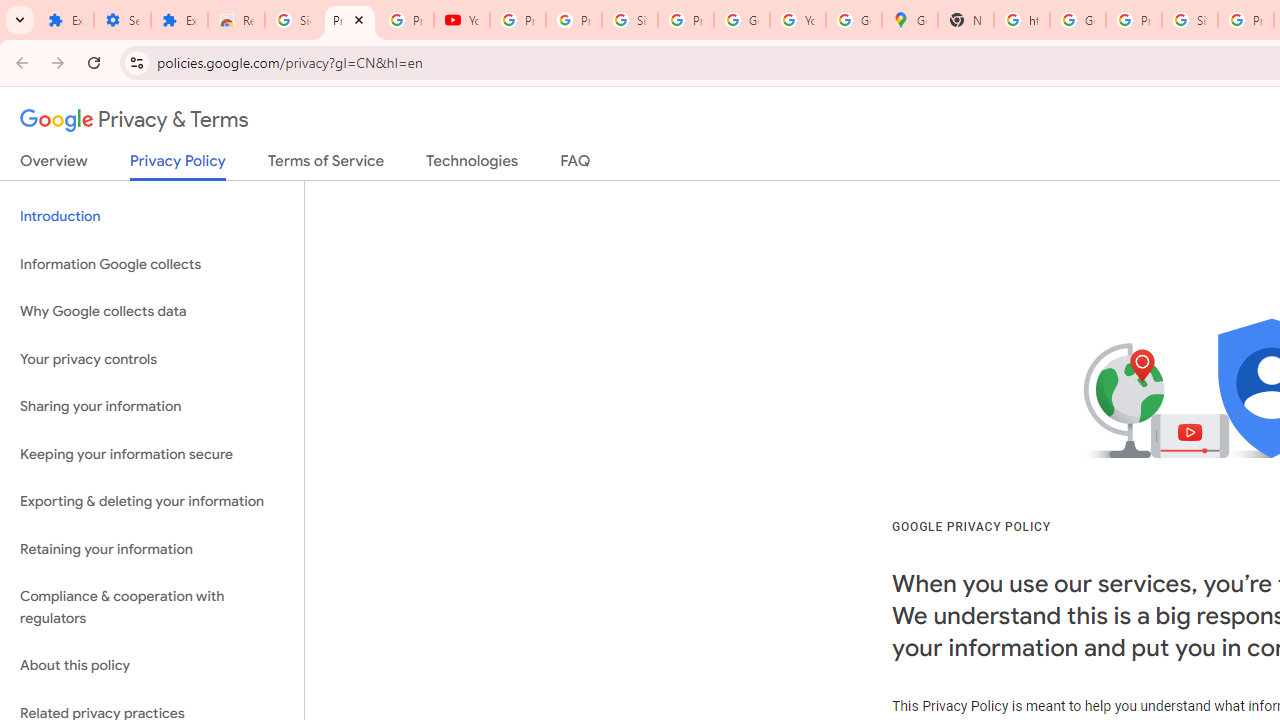 The width and height of the screenshot is (1280, 720). I want to click on 'Reviews: Helix Fruit Jump Arcade Game', so click(236, 20).